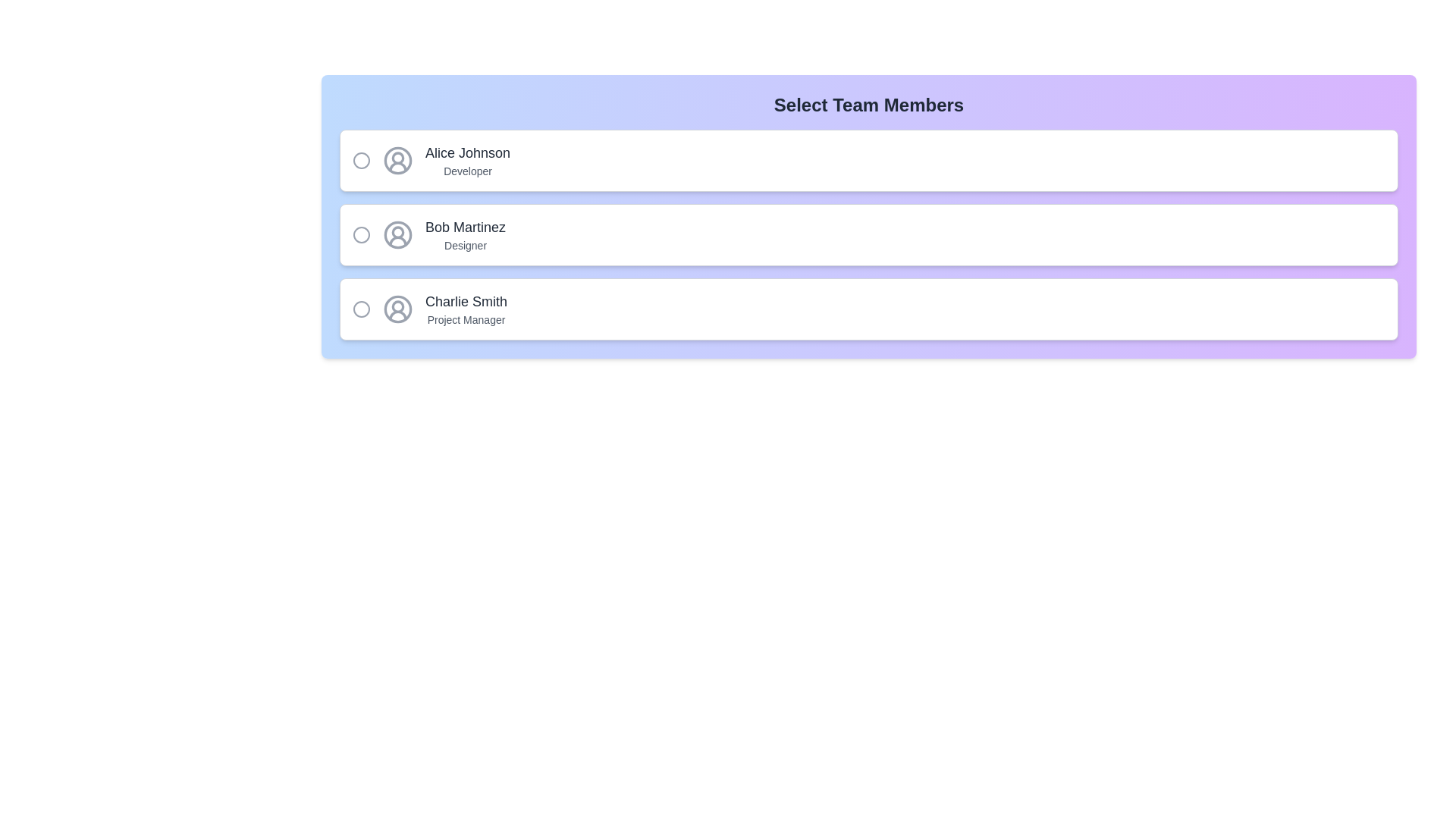 The image size is (1456, 819). Describe the element at coordinates (360, 309) in the screenshot. I see `the checkbox located at the top-left corner of the card display for 'Charlie Smith'` at that location.